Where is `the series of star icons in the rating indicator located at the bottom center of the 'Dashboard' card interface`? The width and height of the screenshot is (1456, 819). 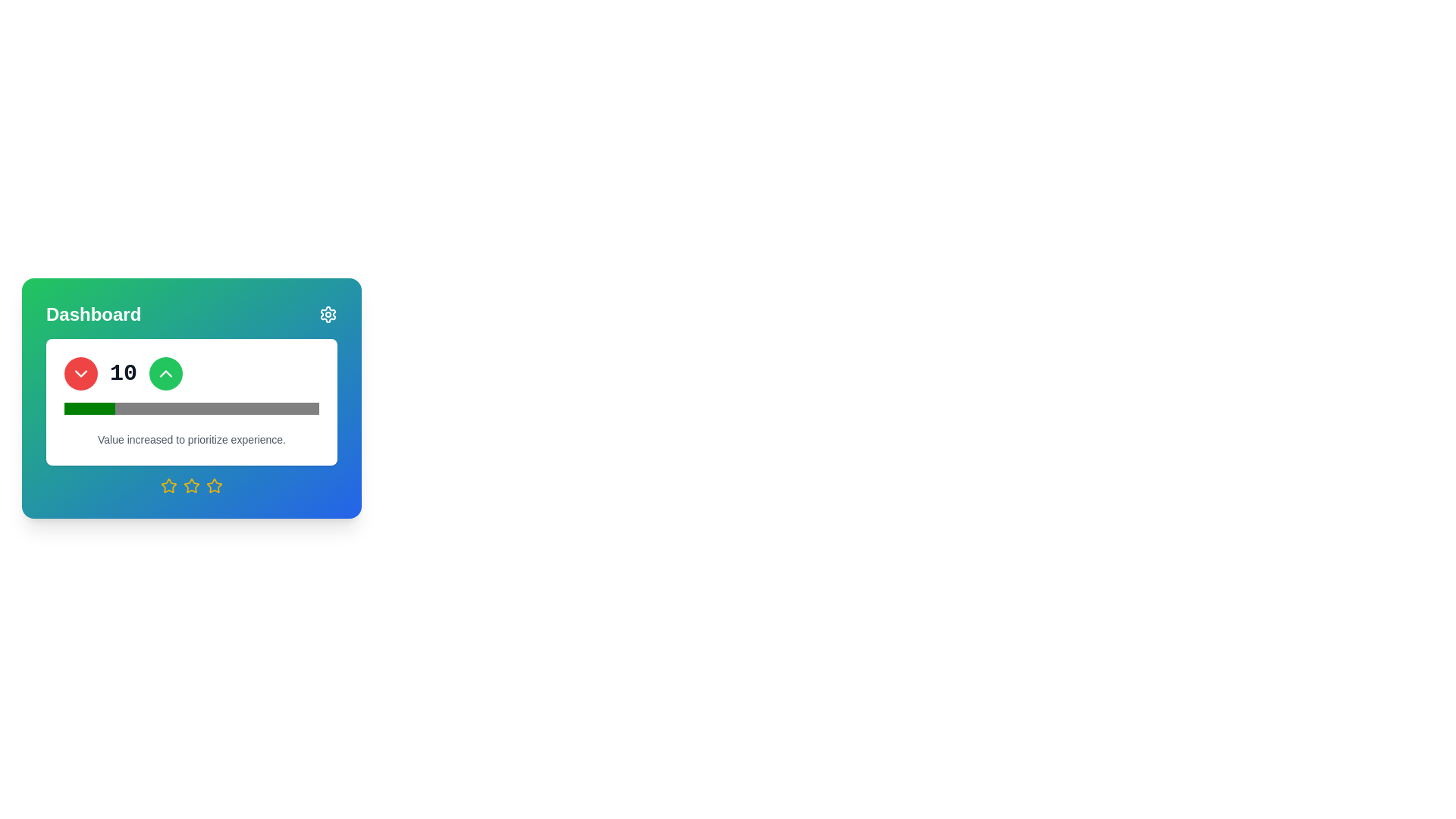
the series of star icons in the rating indicator located at the bottom center of the 'Dashboard' card interface is located at coordinates (191, 485).